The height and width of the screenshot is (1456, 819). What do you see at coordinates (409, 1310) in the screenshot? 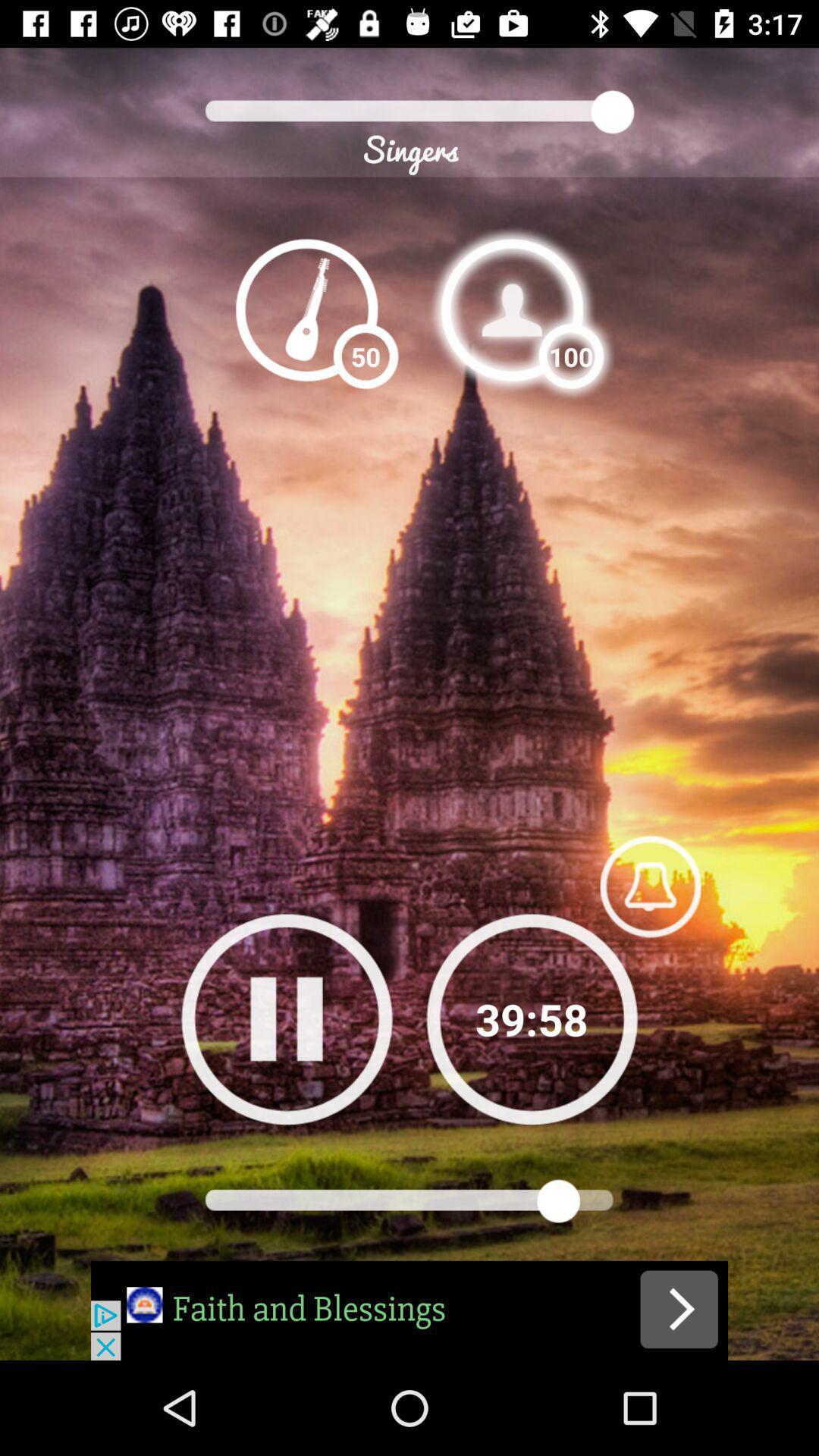
I see `advertisement` at bounding box center [409, 1310].